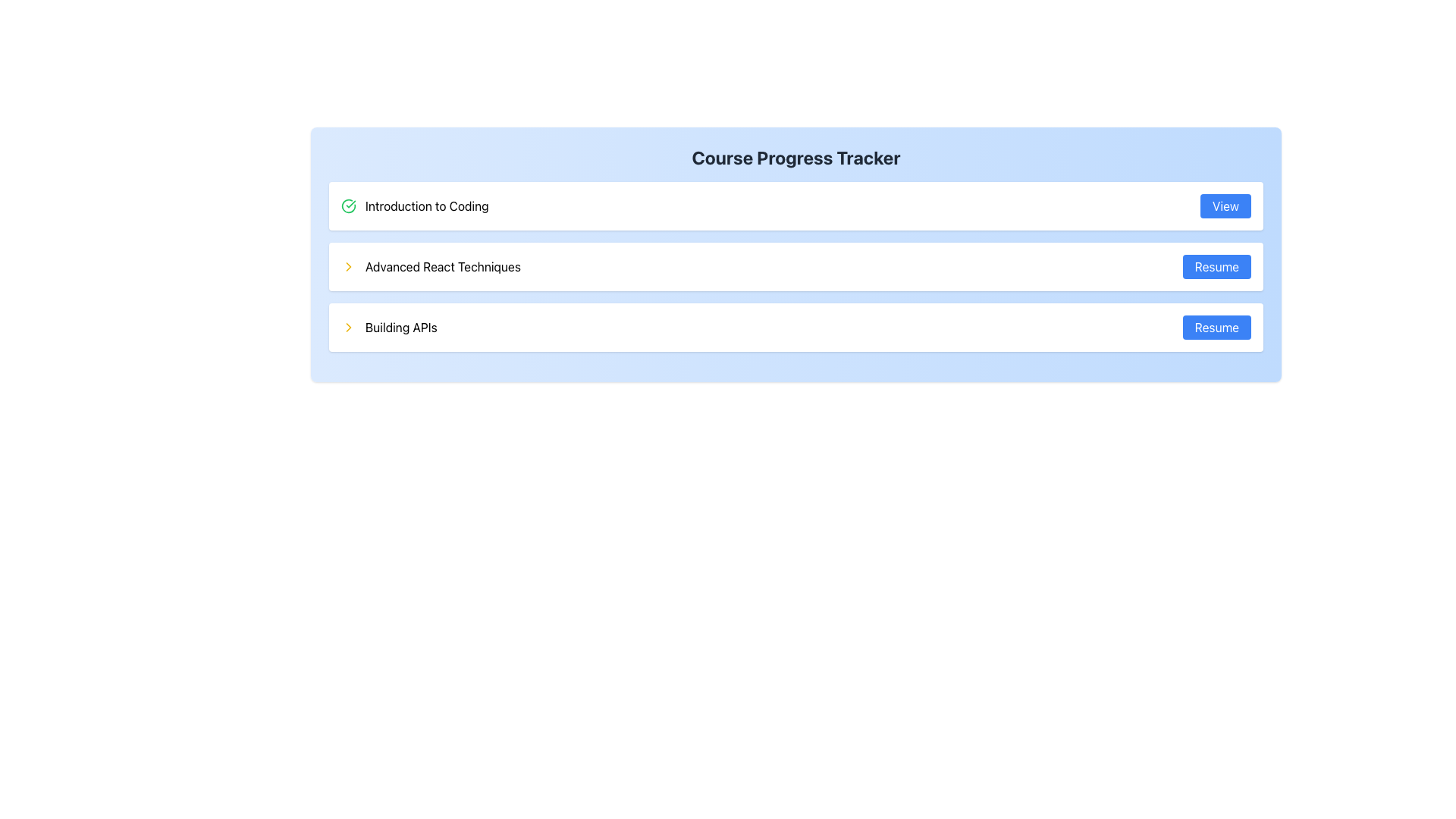 The height and width of the screenshot is (819, 1456). Describe the element at coordinates (401, 327) in the screenshot. I see `the text label displaying the course title 'Building APIs', which is the third heading in the course progress tracker` at that location.